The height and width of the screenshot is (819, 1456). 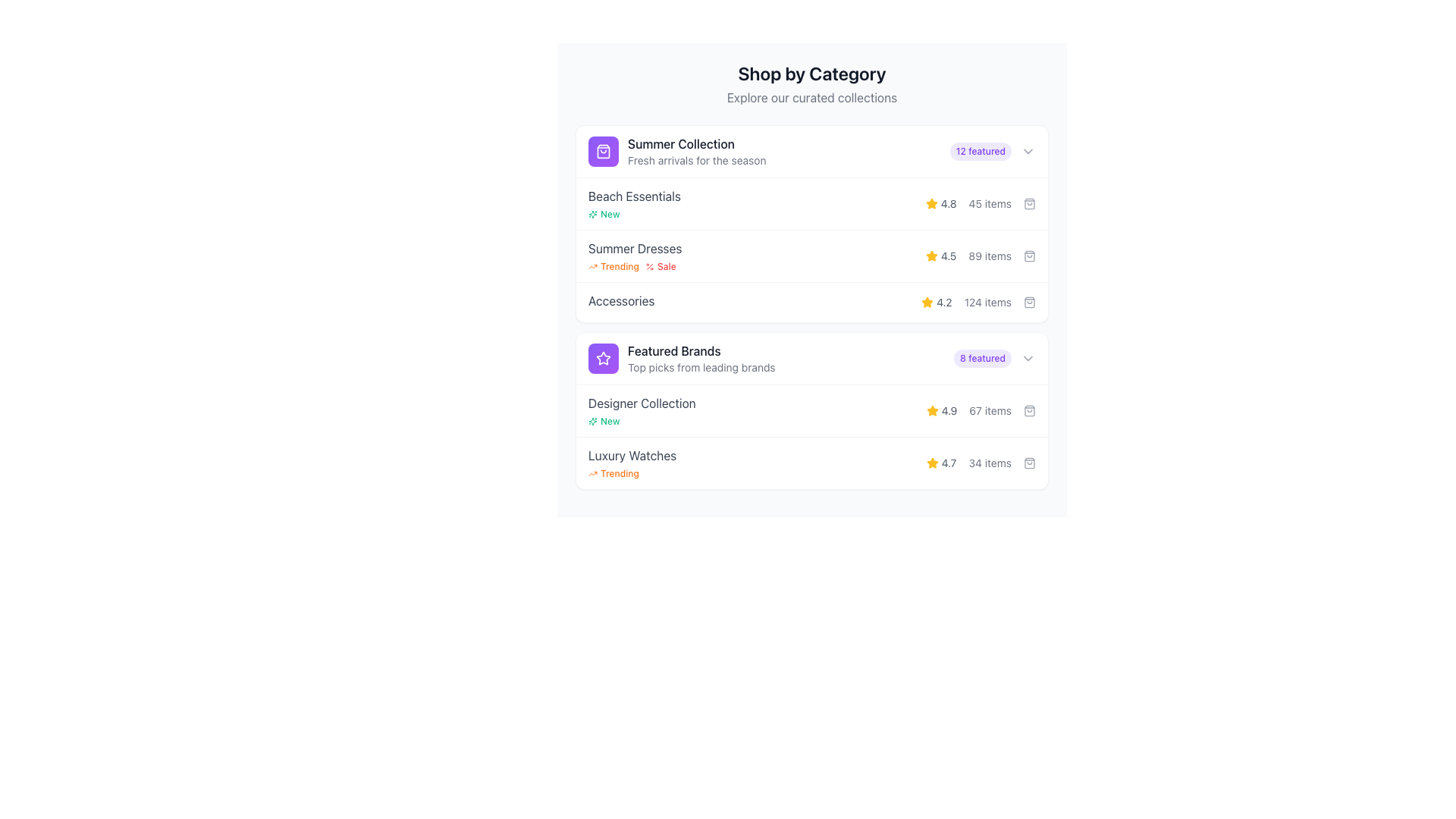 What do you see at coordinates (610, 214) in the screenshot?
I see `the text label 'New' which is positioned to the right of the sparkles icon within the 'Beach Essentials' category` at bounding box center [610, 214].